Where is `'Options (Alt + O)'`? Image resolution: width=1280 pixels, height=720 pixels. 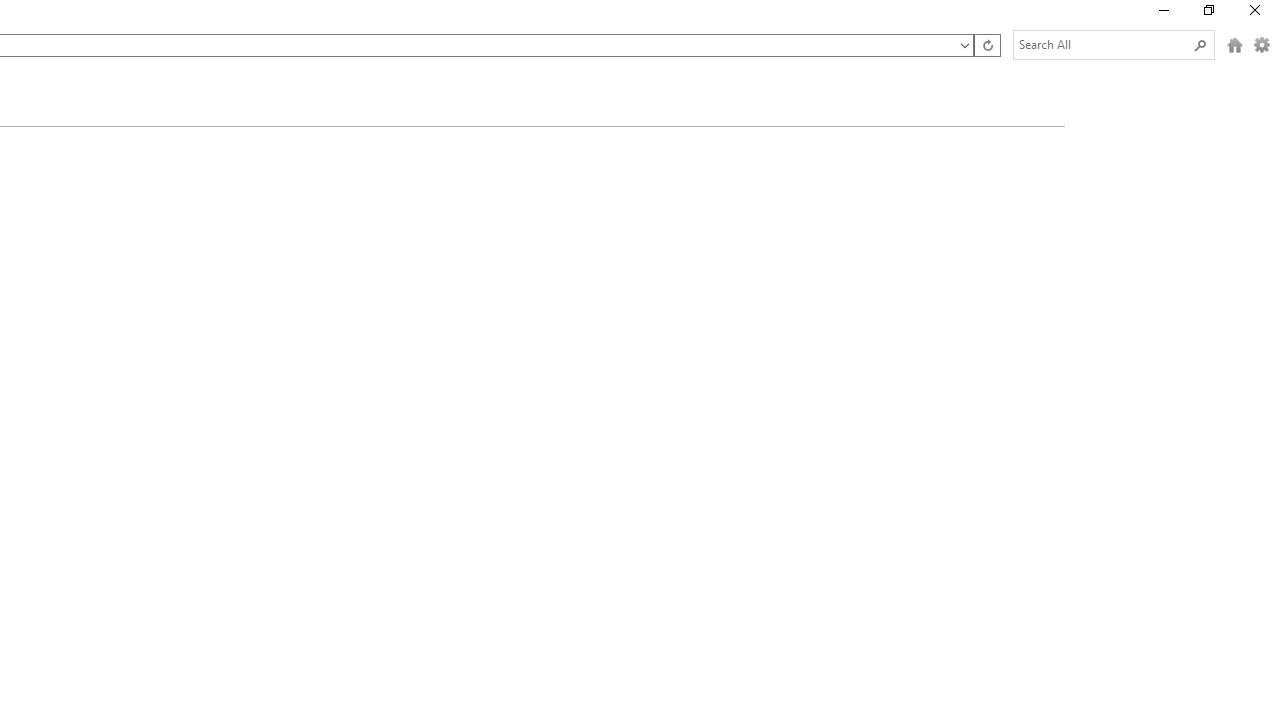 'Options (Alt + O)' is located at coordinates (1261, 45).